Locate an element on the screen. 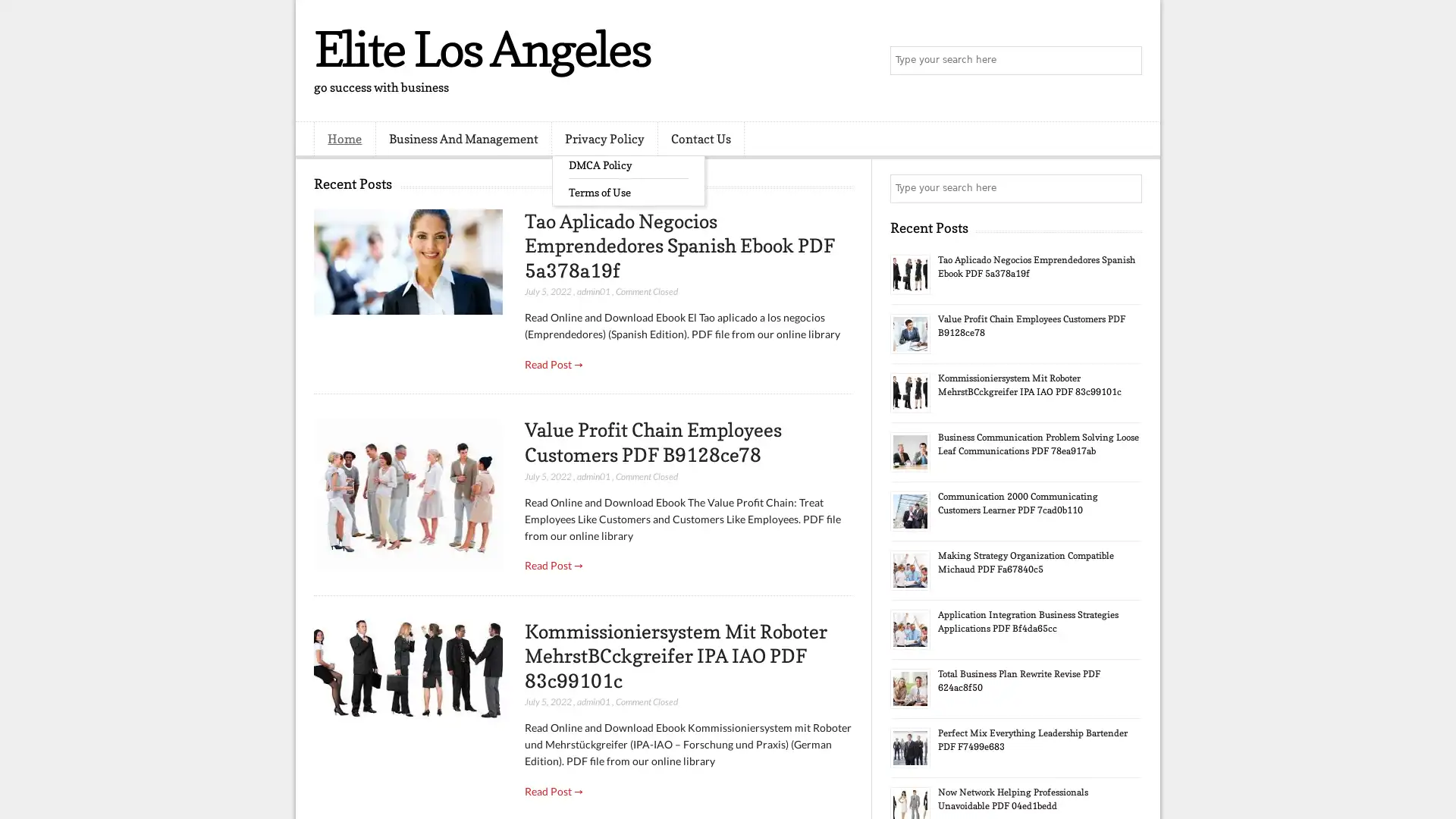  Search is located at coordinates (1126, 188).